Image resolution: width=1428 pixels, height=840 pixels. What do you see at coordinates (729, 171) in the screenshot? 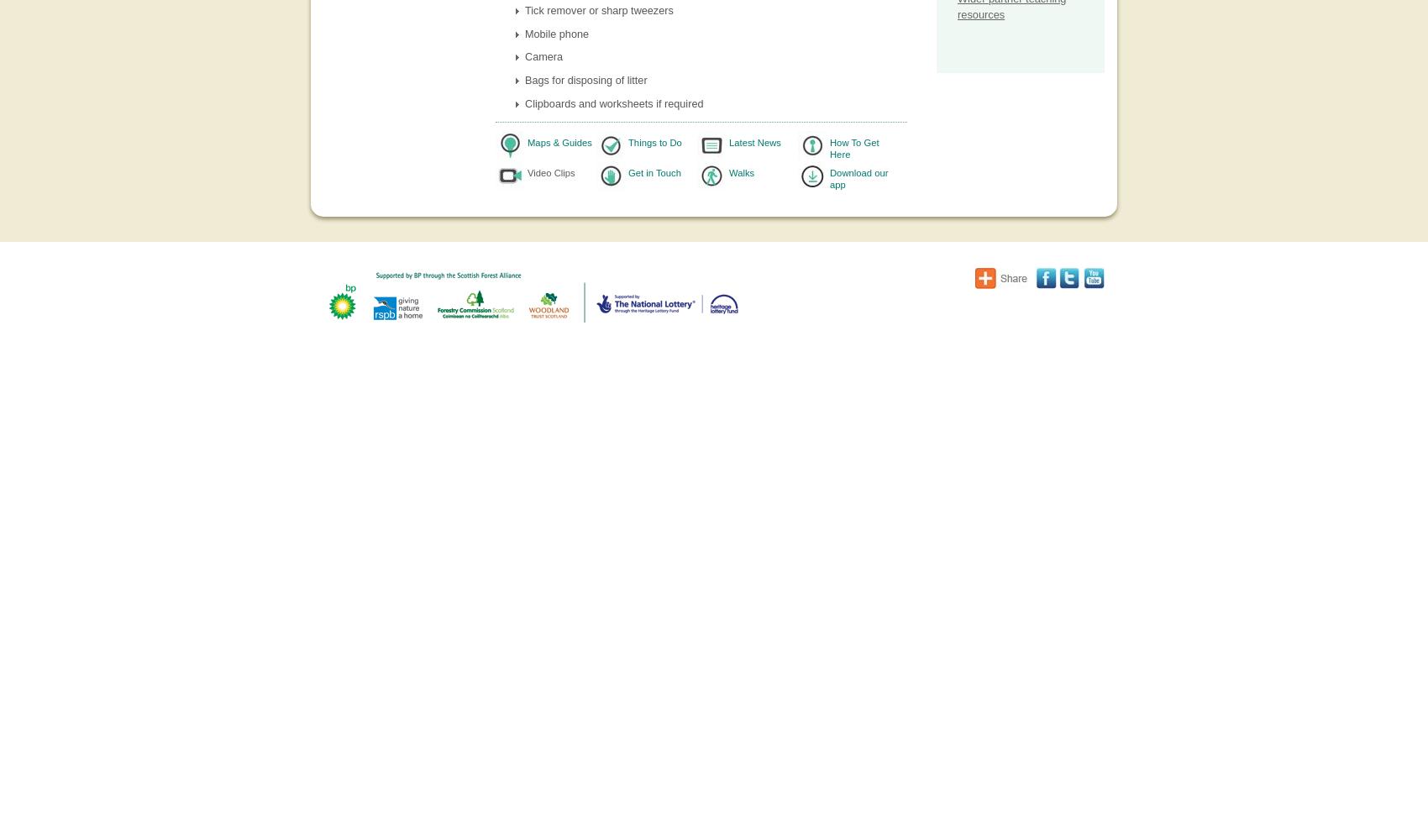
I see `'Walks'` at bounding box center [729, 171].